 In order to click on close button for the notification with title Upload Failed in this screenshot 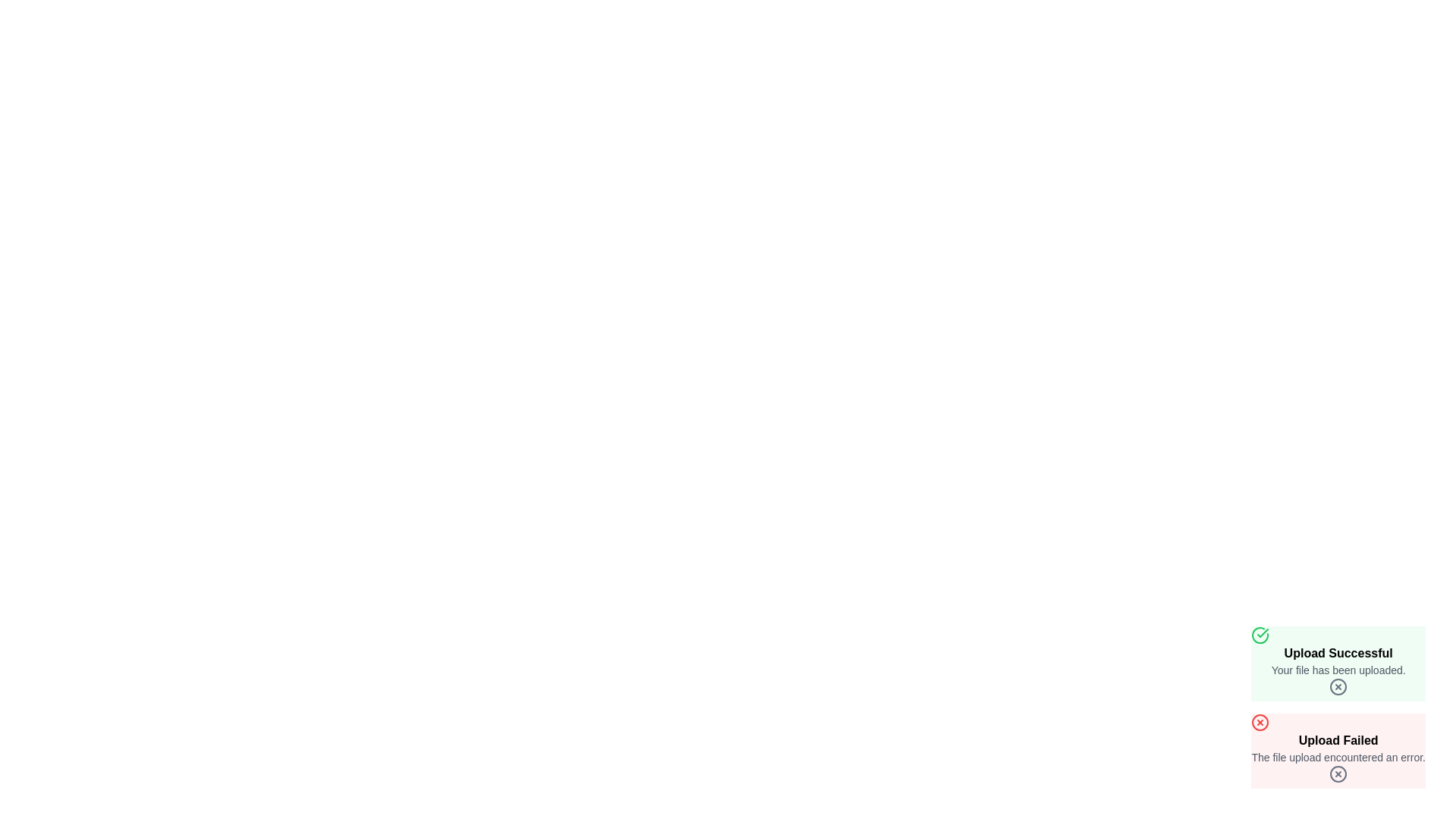, I will do `click(1338, 774)`.